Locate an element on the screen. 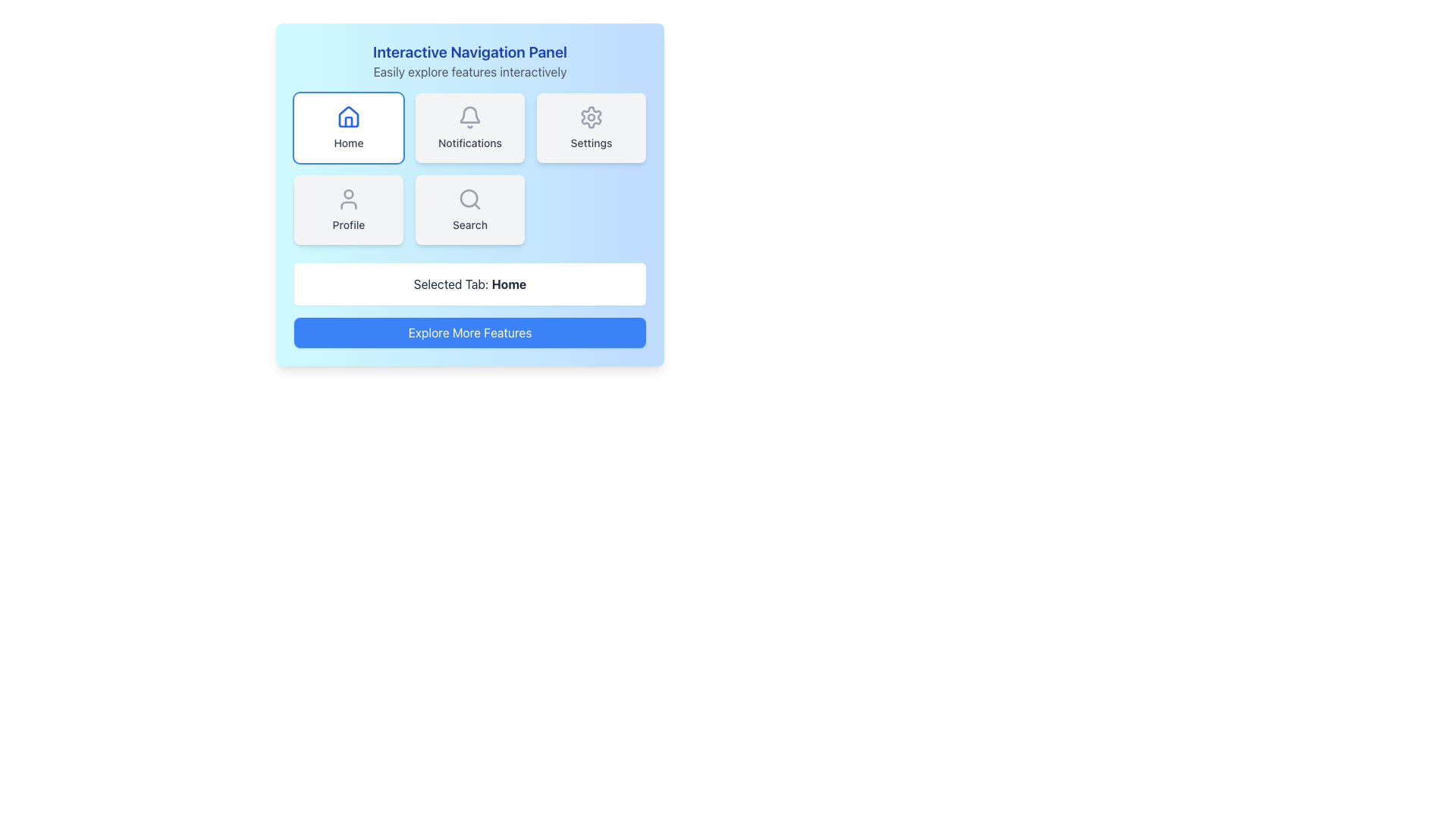 Image resolution: width=1456 pixels, height=819 pixels. the static text label that serves as a descriptive subtitle below the 'Interactive Navigation Panel' title is located at coordinates (469, 72).